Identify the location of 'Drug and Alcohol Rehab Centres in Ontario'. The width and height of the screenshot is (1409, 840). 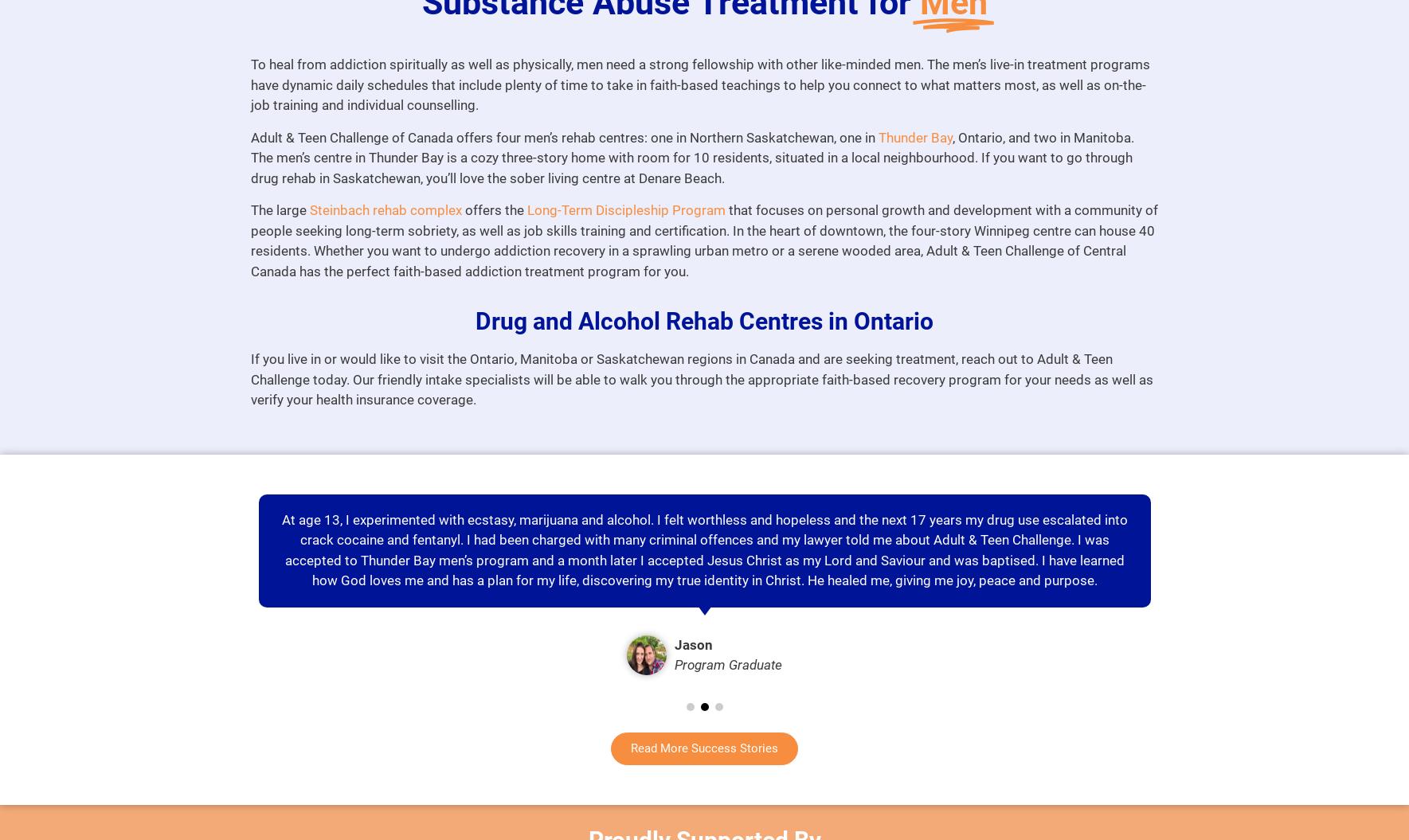
(703, 321).